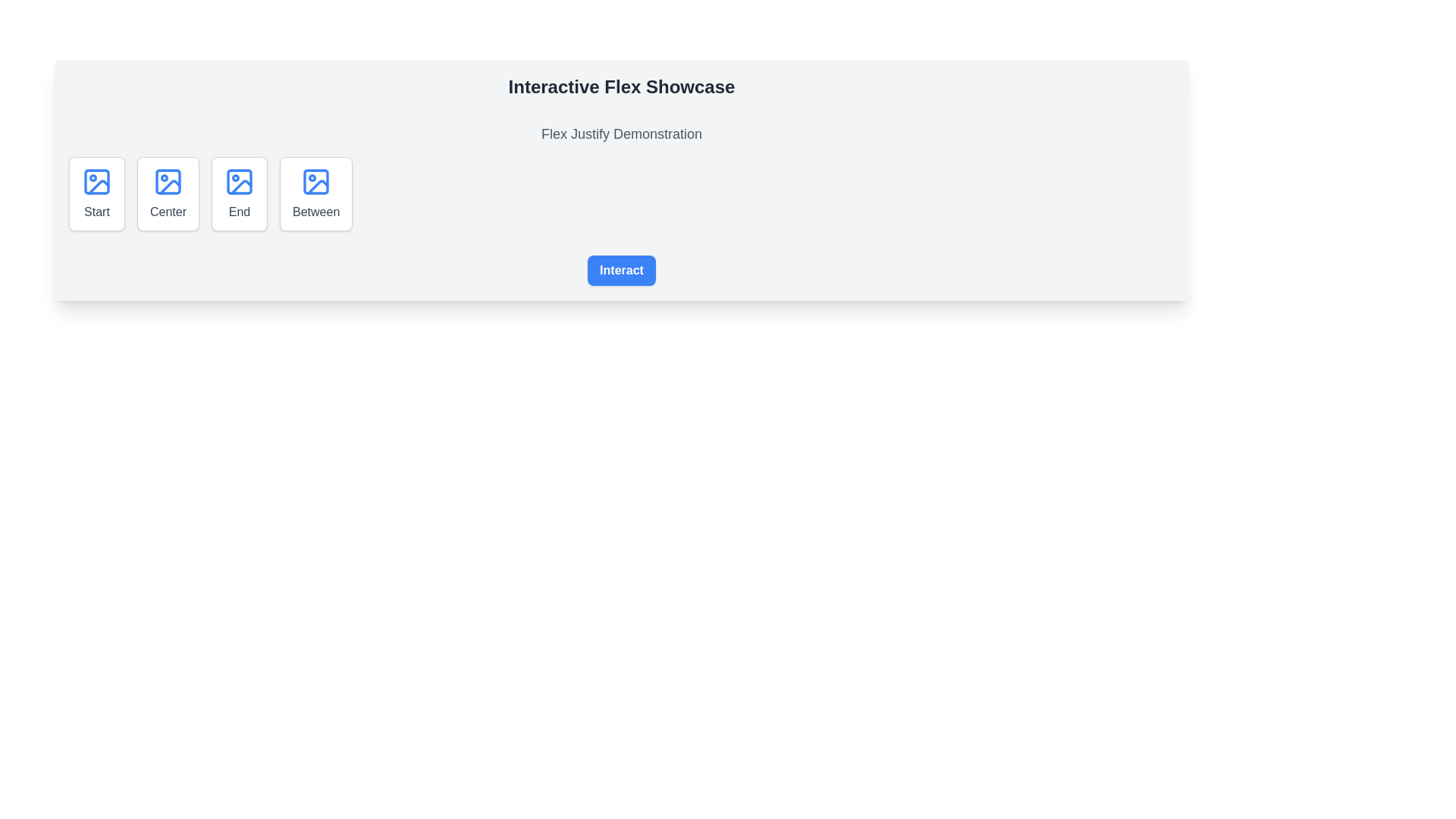  Describe the element at coordinates (239, 180) in the screenshot. I see `the decorative icon located under the 'End' labeled box in the grid layout` at that location.